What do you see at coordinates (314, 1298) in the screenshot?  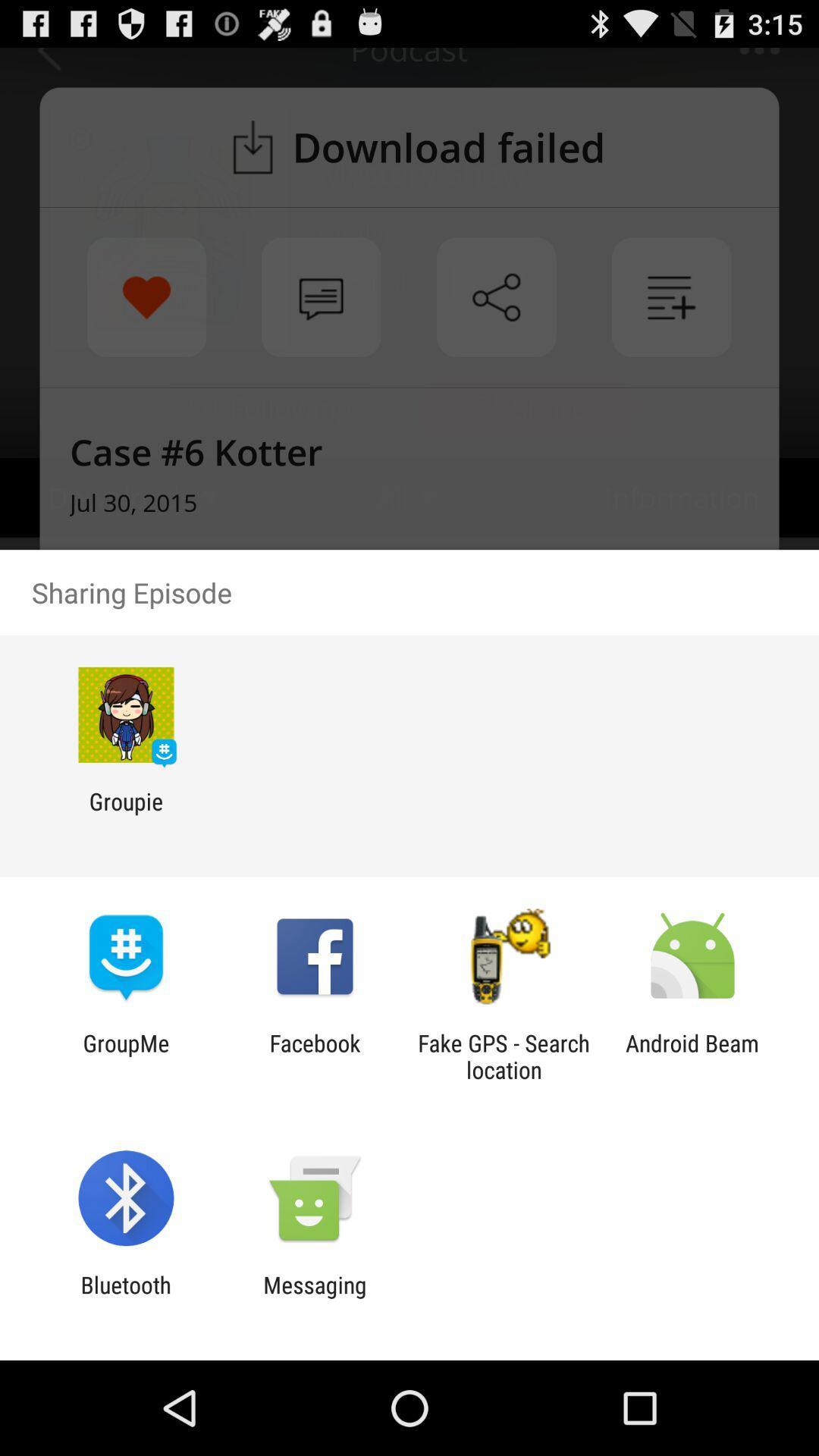 I see `item next to the bluetooth` at bounding box center [314, 1298].